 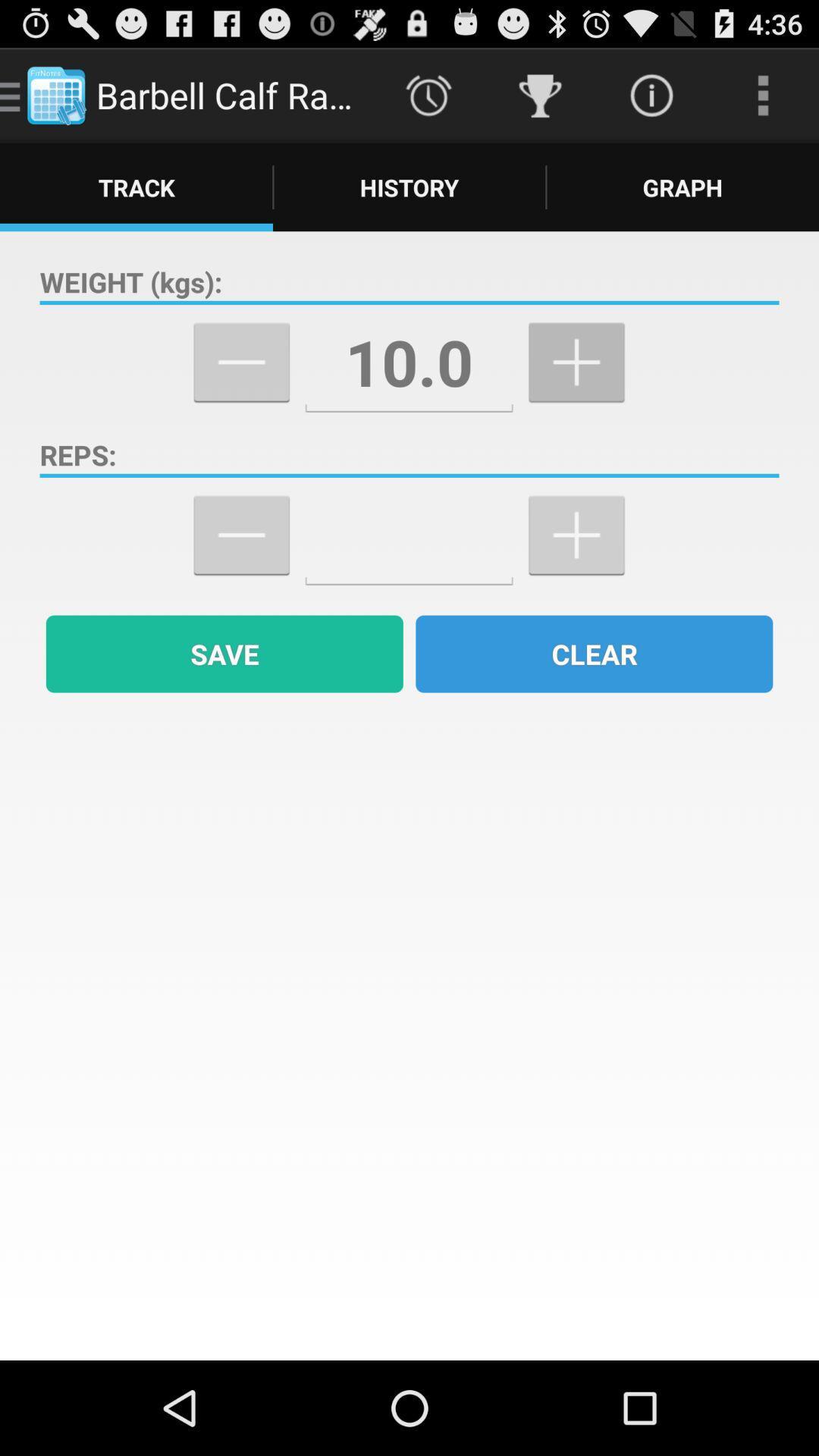 What do you see at coordinates (408, 535) in the screenshot?
I see `reps` at bounding box center [408, 535].